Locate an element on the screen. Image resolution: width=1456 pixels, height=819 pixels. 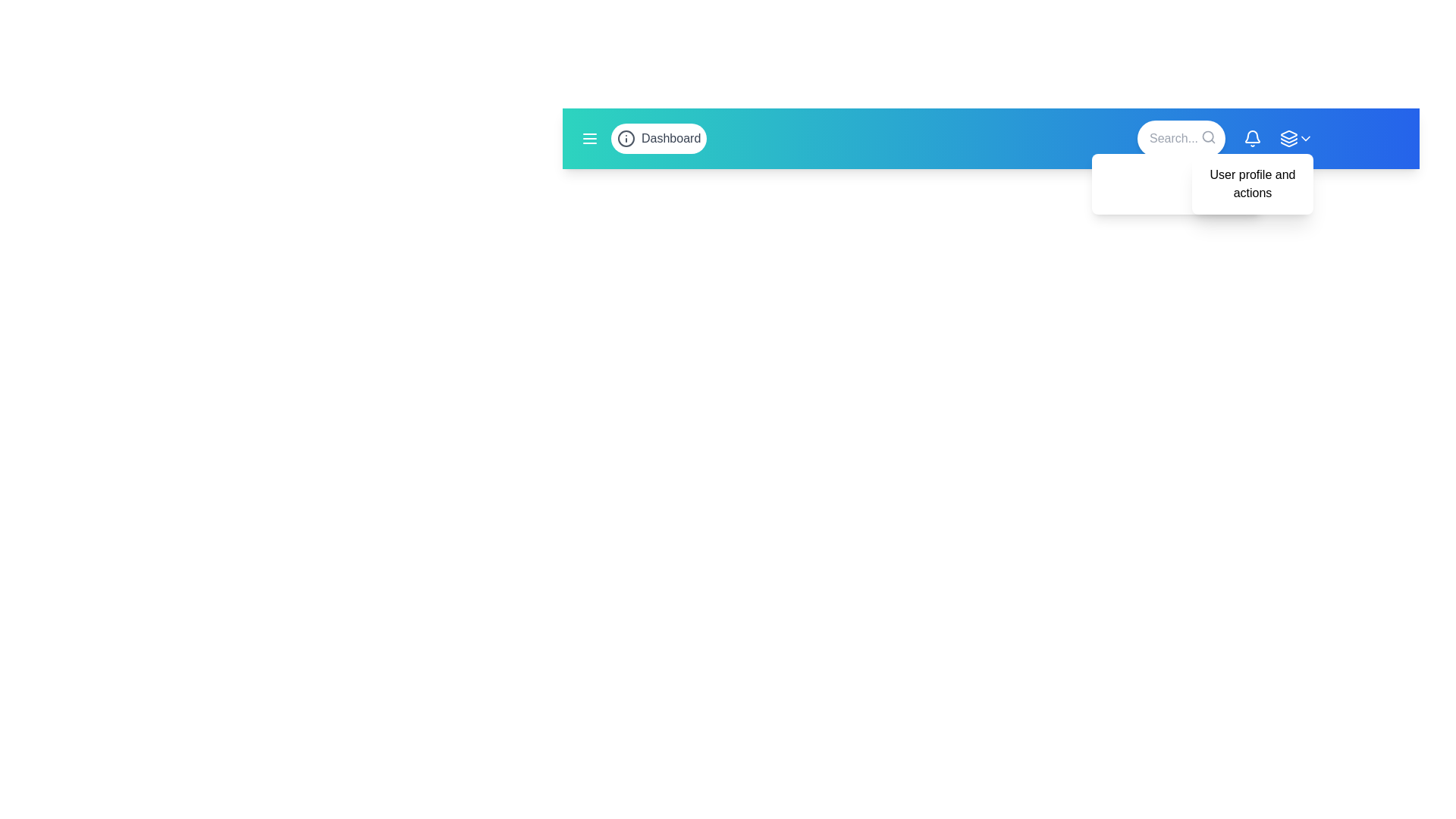
the user profile icon located towards the right end of the navigation bar, adjacent to the notification icon and downward triangle icon is located at coordinates (1295, 138).